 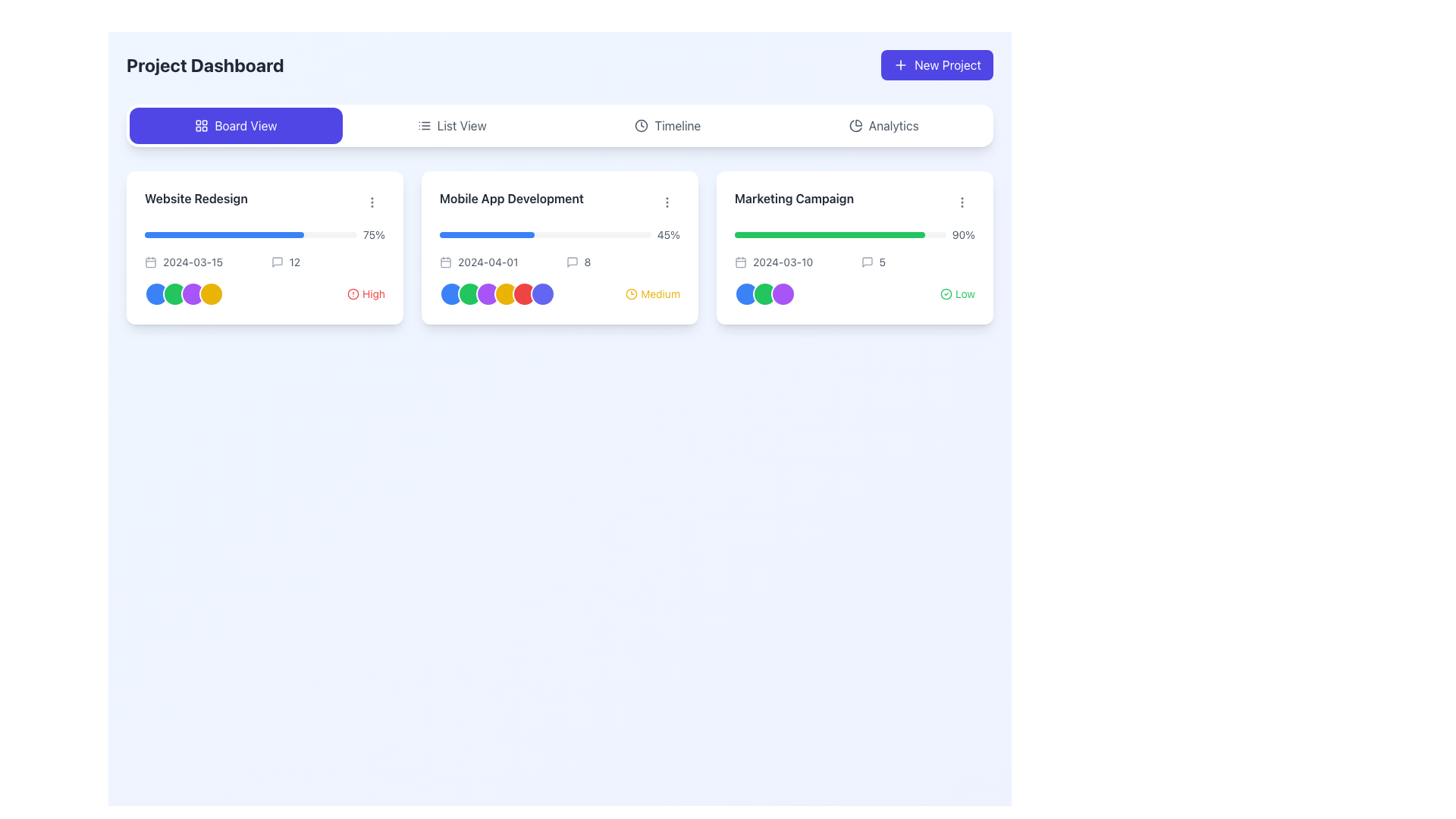 I want to click on the timeline label in the navigation bar, located centrally between the 'List View' and 'Analytics', following the clock icon, so click(x=676, y=124).